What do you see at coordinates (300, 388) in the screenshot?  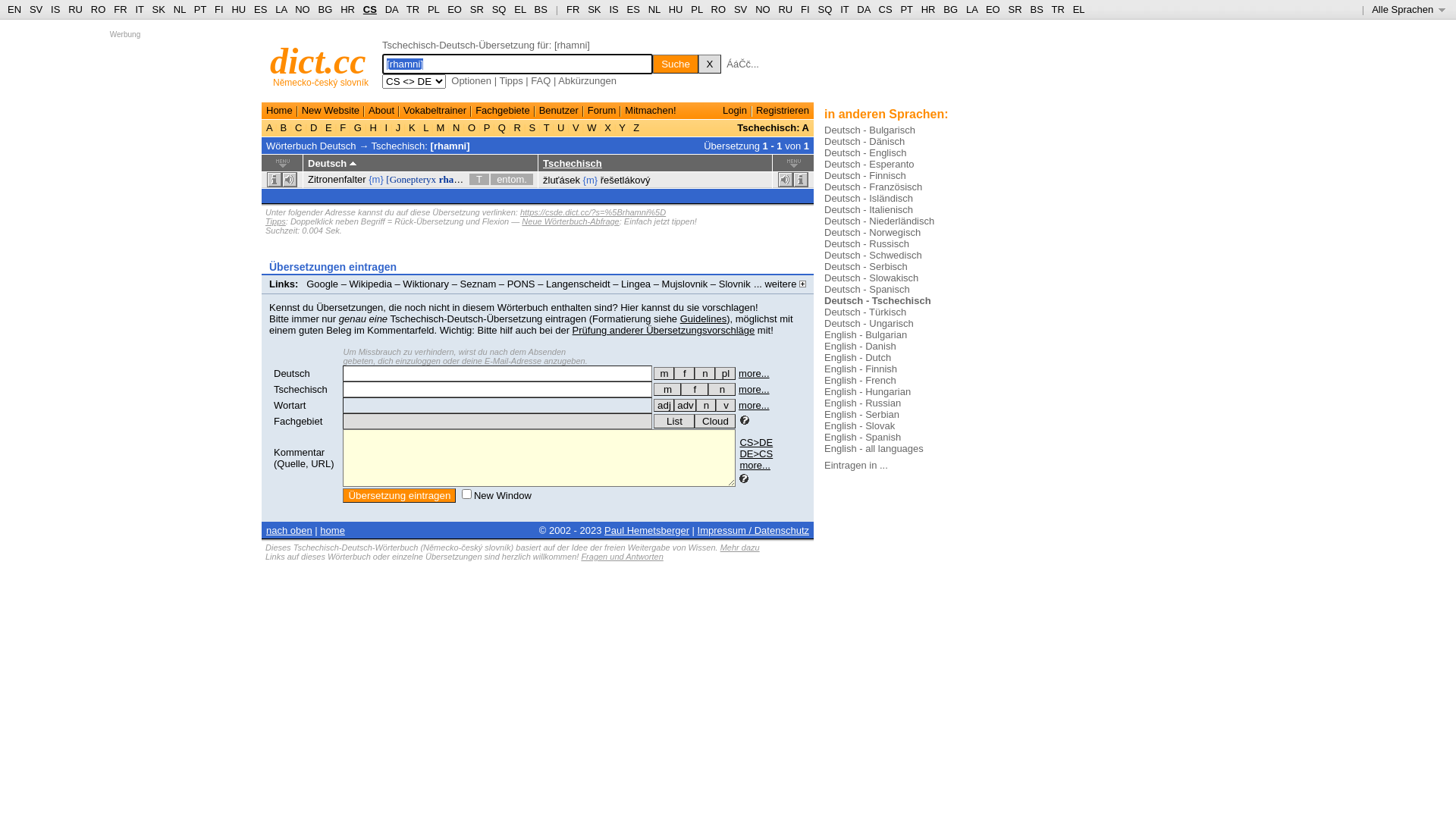 I see `'Tschechisch'` at bounding box center [300, 388].